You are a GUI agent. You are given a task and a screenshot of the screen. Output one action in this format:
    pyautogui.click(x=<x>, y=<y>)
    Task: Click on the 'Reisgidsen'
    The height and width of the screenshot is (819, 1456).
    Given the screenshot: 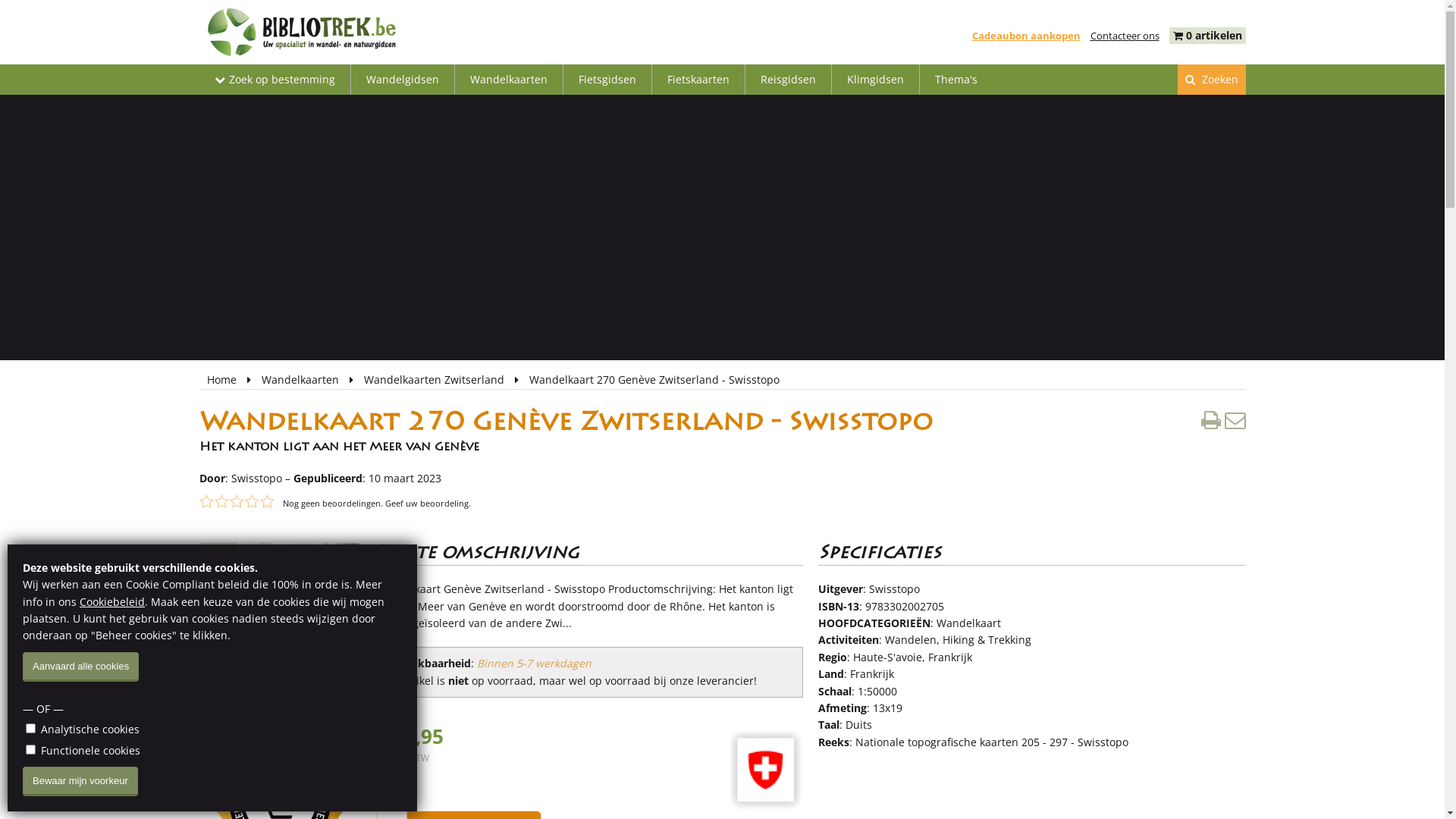 What is the action you would take?
    pyautogui.click(x=787, y=79)
    